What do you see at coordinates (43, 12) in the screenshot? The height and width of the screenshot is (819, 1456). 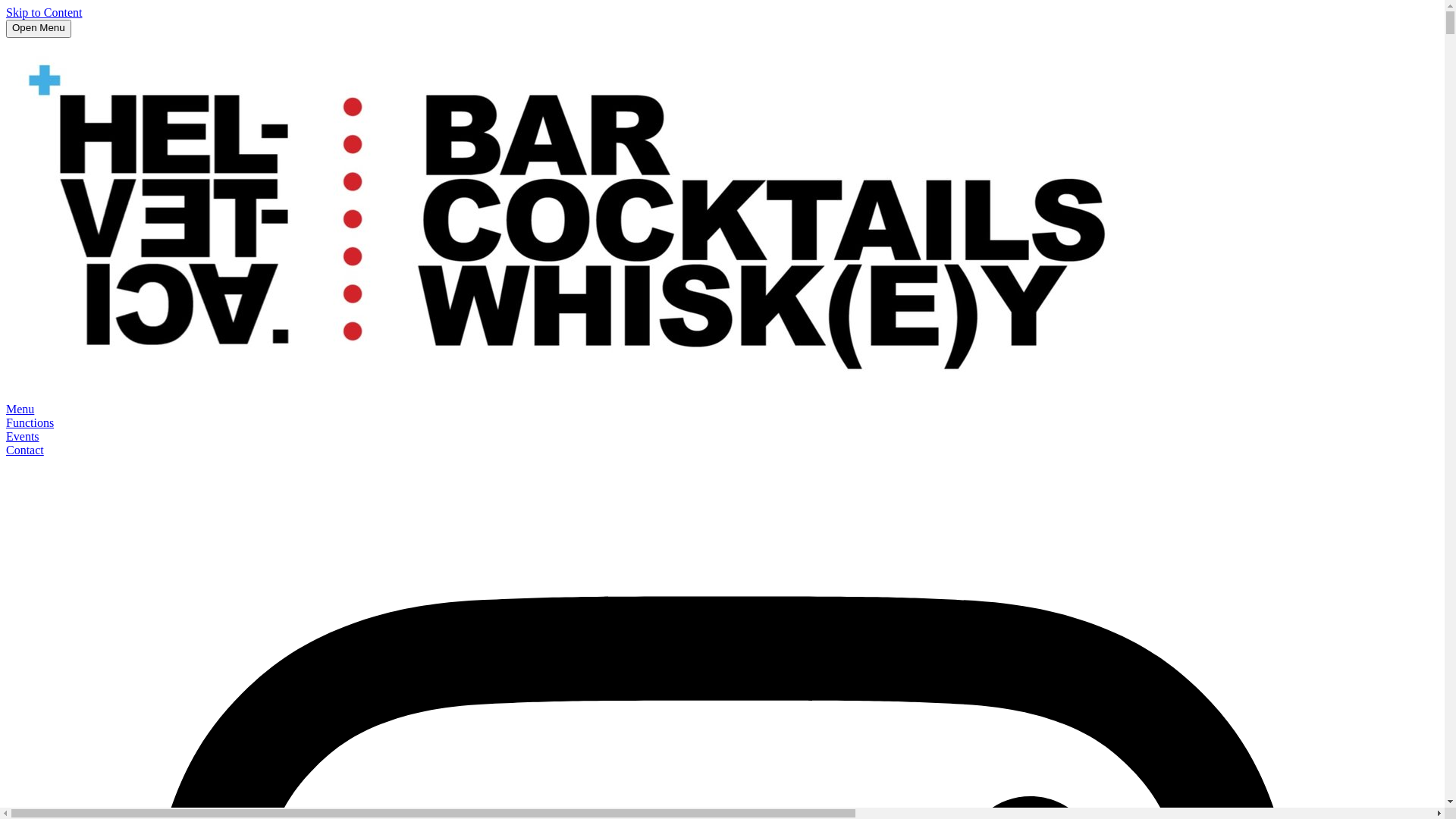 I see `'Skip to Content'` at bounding box center [43, 12].